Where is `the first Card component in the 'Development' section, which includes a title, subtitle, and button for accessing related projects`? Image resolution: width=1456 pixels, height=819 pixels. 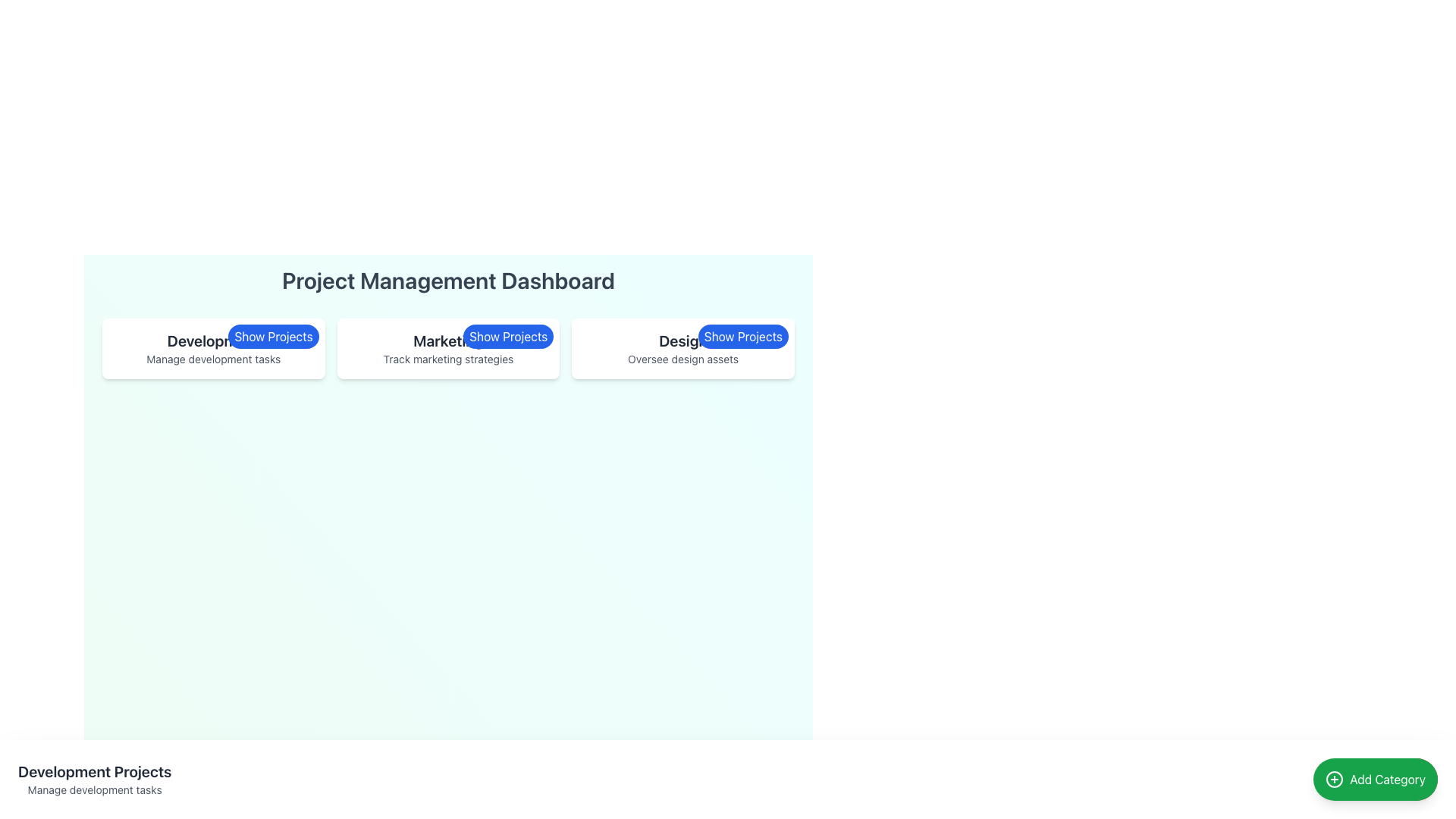
the first Card component in the 'Development' section, which includes a title, subtitle, and button for accessing related projects is located at coordinates (212, 348).